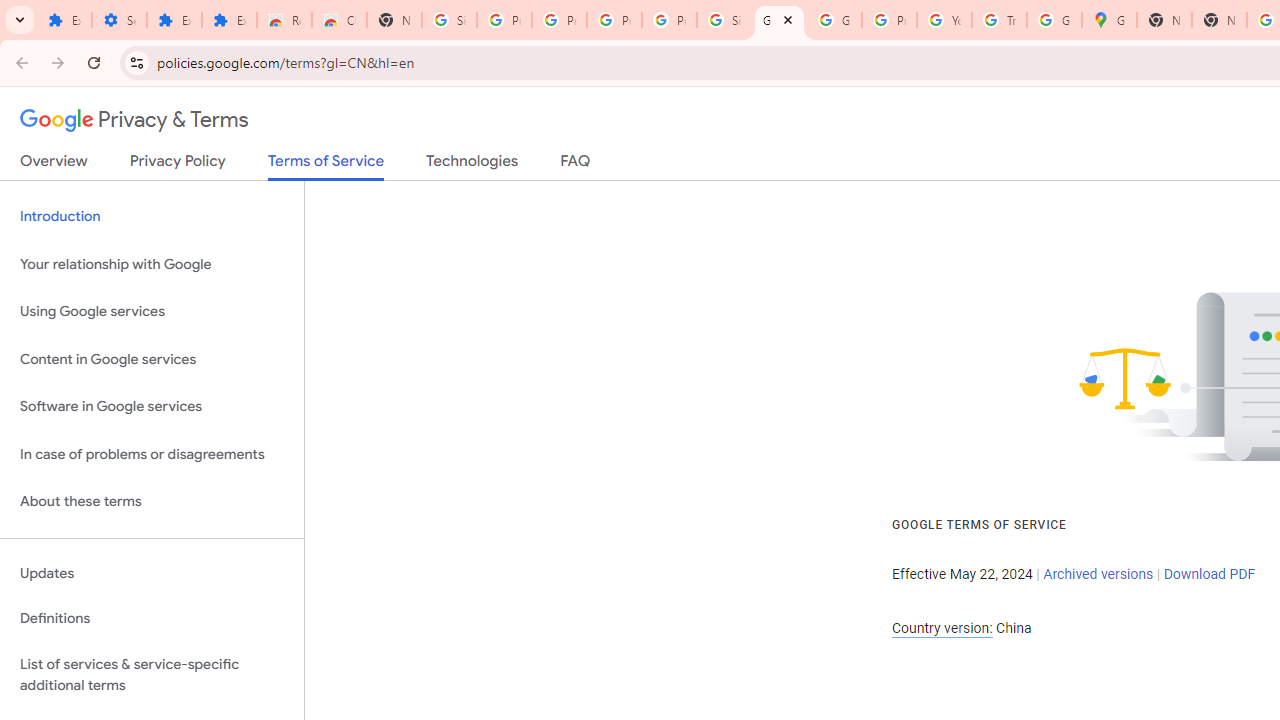  I want to click on 'Google Maps', so click(1108, 20).